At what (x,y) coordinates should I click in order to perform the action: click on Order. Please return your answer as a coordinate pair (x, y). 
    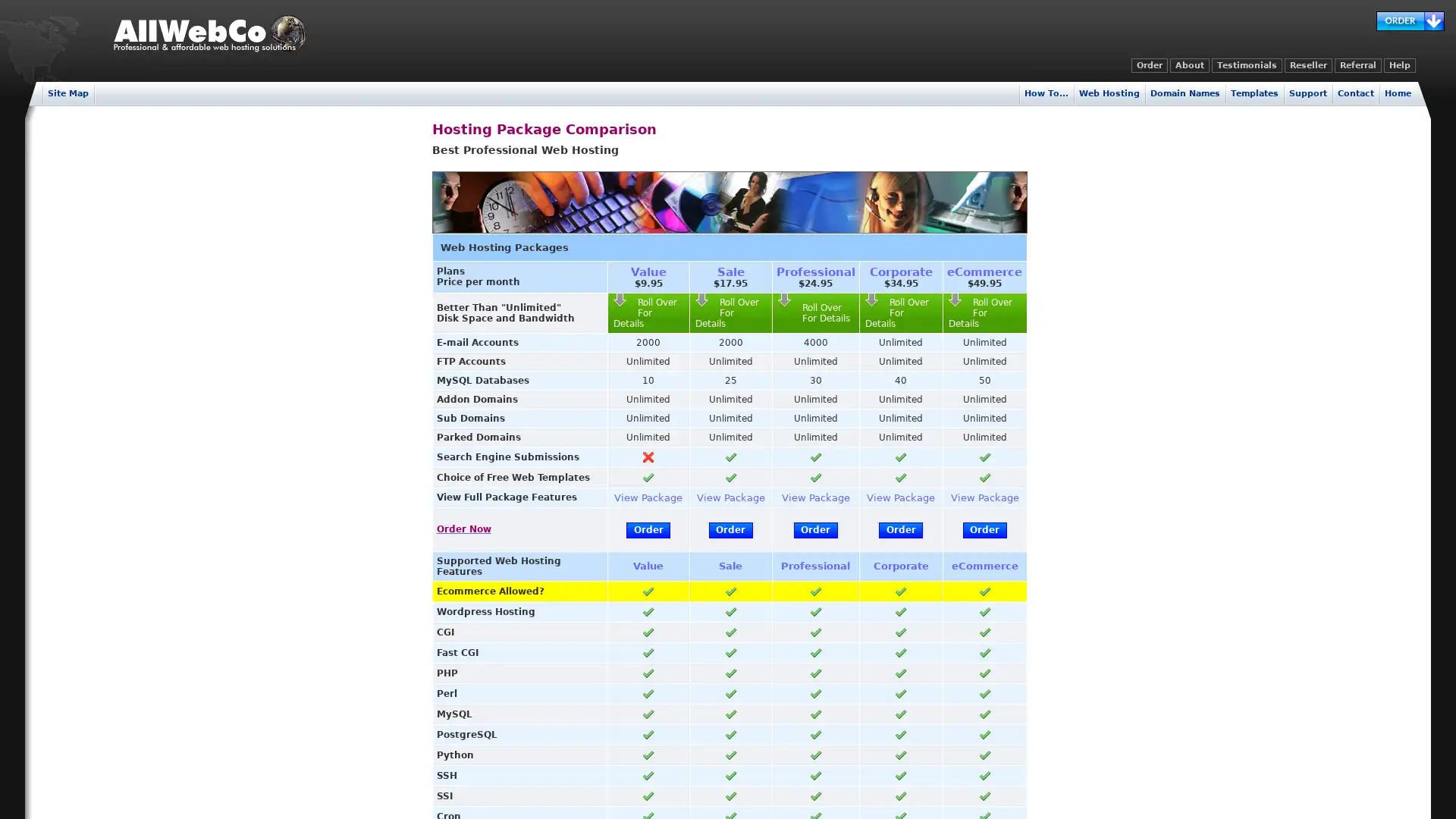
    Looking at the image, I should click on (901, 529).